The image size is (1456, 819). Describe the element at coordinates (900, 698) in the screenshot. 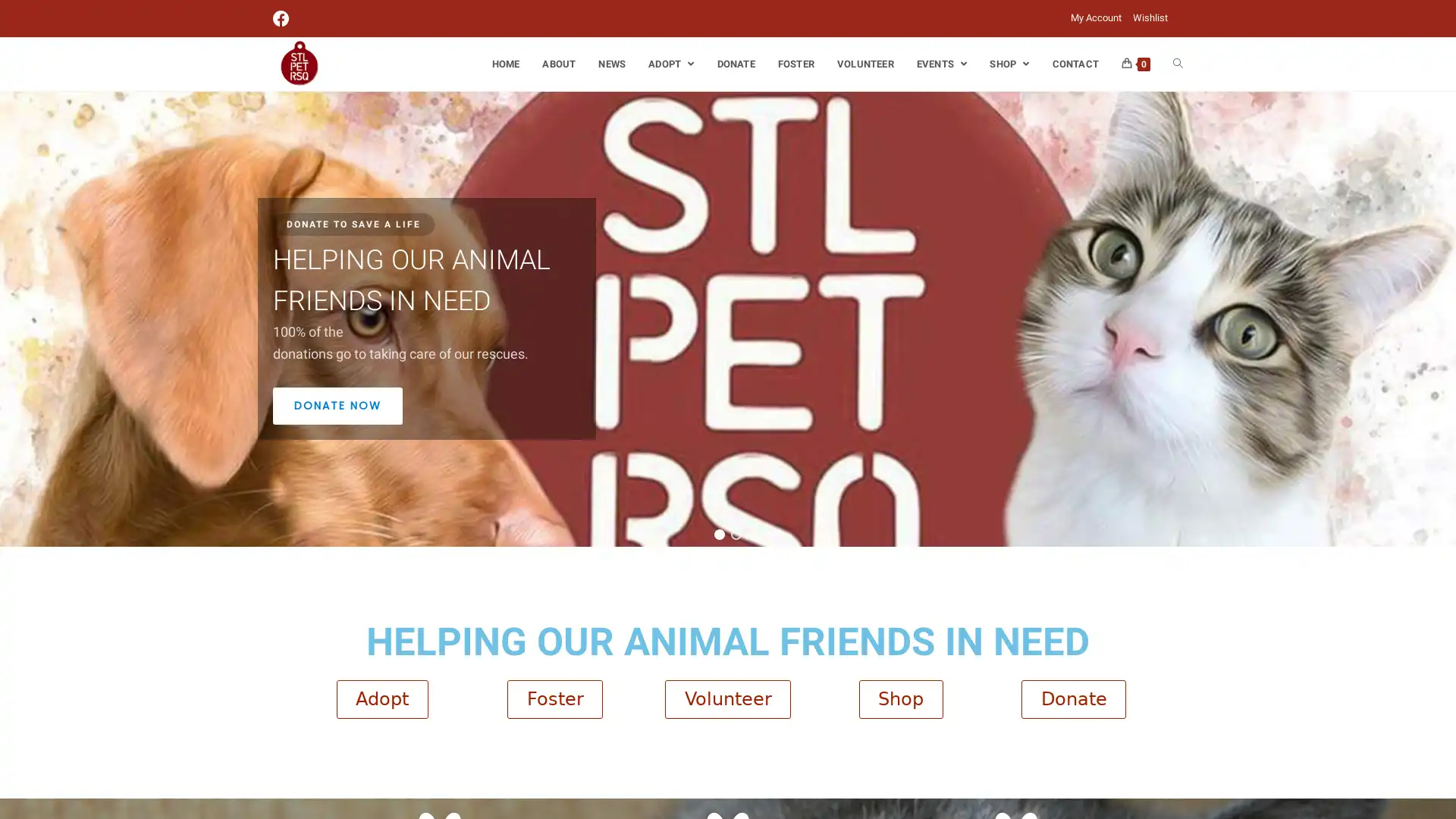

I see `Shop` at that location.